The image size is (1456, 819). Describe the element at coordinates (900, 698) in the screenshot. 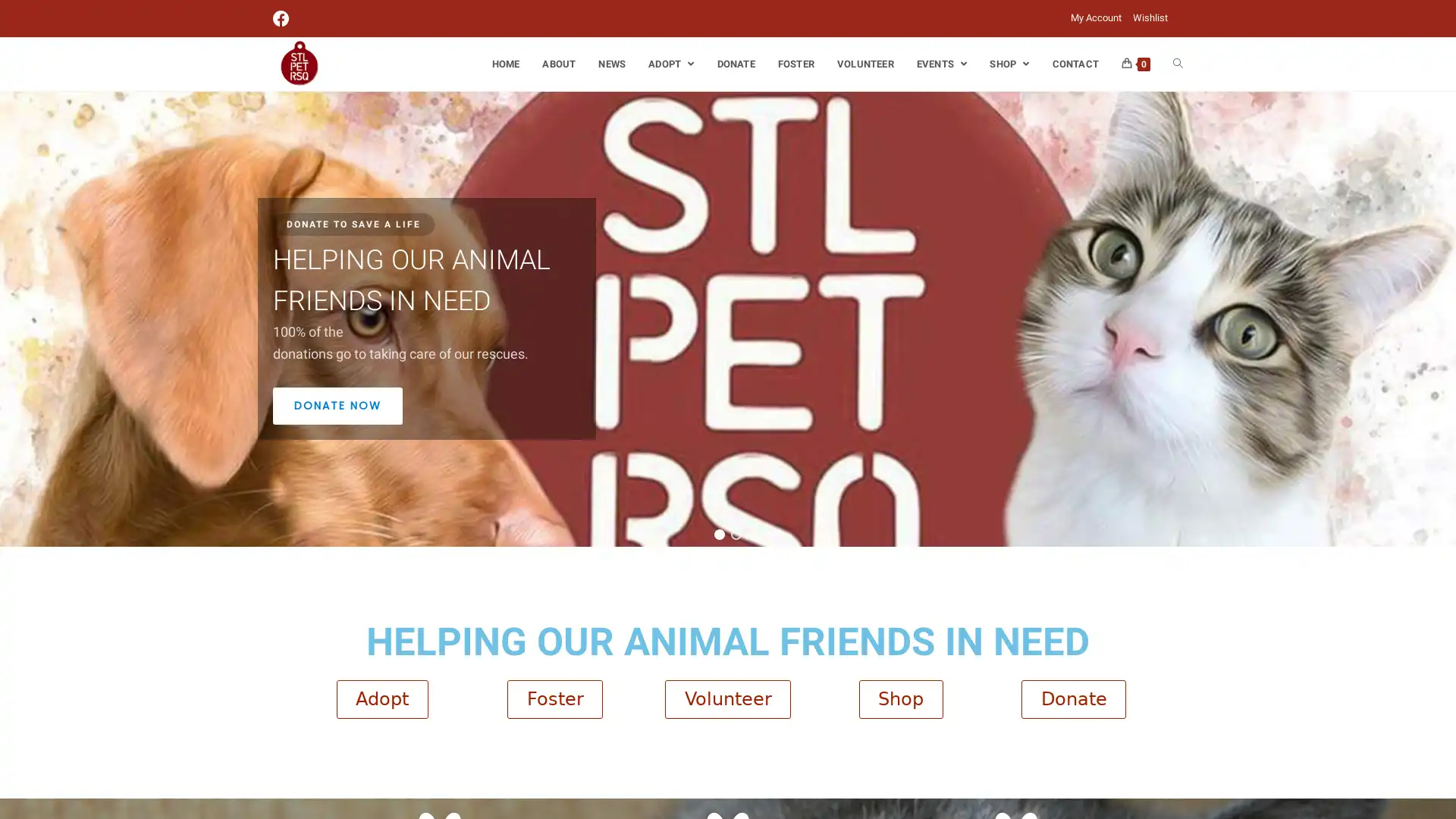

I see `Shop` at that location.